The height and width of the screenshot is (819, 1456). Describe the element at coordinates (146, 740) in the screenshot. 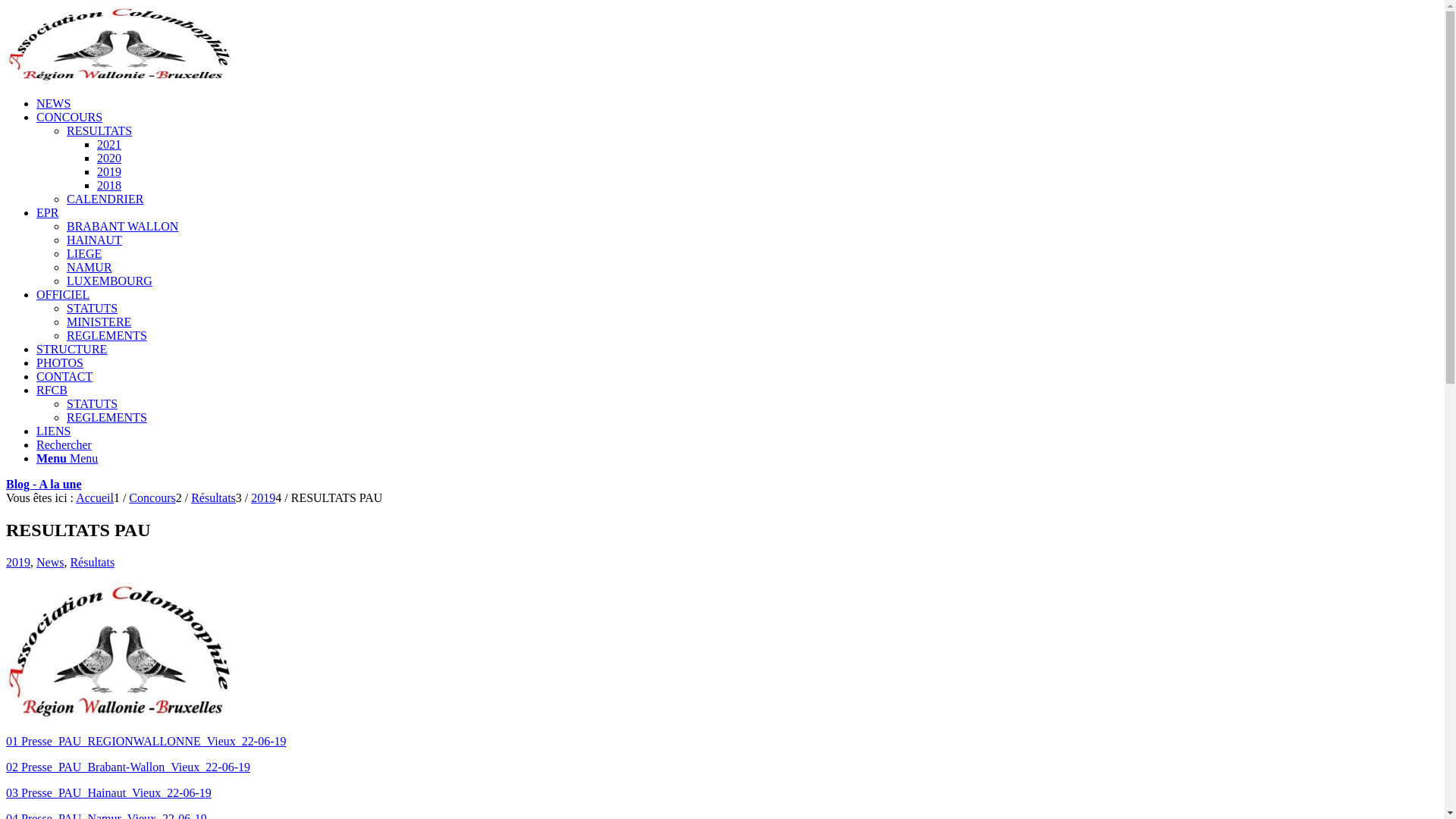

I see `'01 Presse_PAU_REGIONWALLONNE_Vieux_22-06-19'` at that location.